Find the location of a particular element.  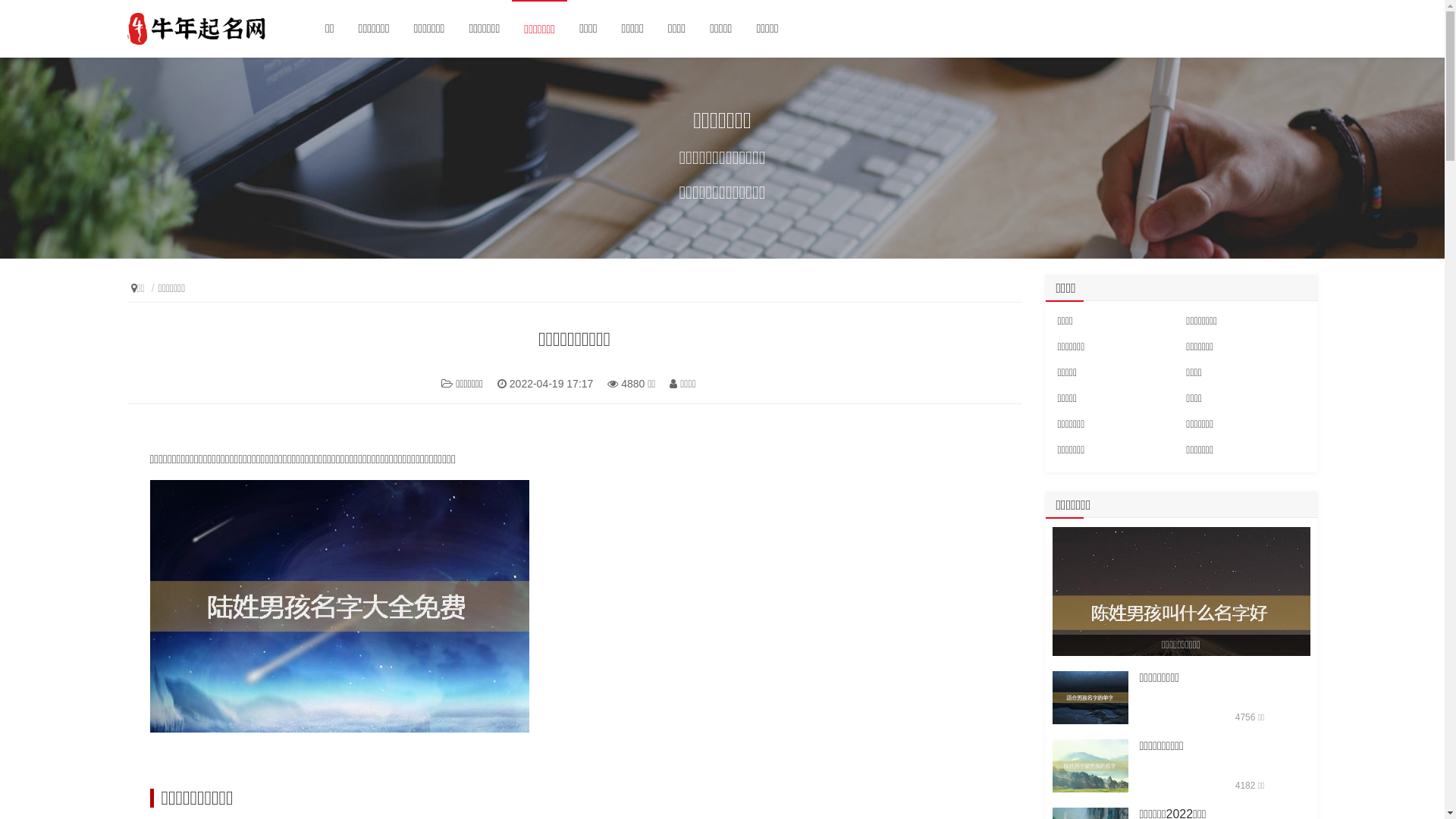

'/rundata/article/12sx/220415/10799.jpg' is located at coordinates (1090, 766).